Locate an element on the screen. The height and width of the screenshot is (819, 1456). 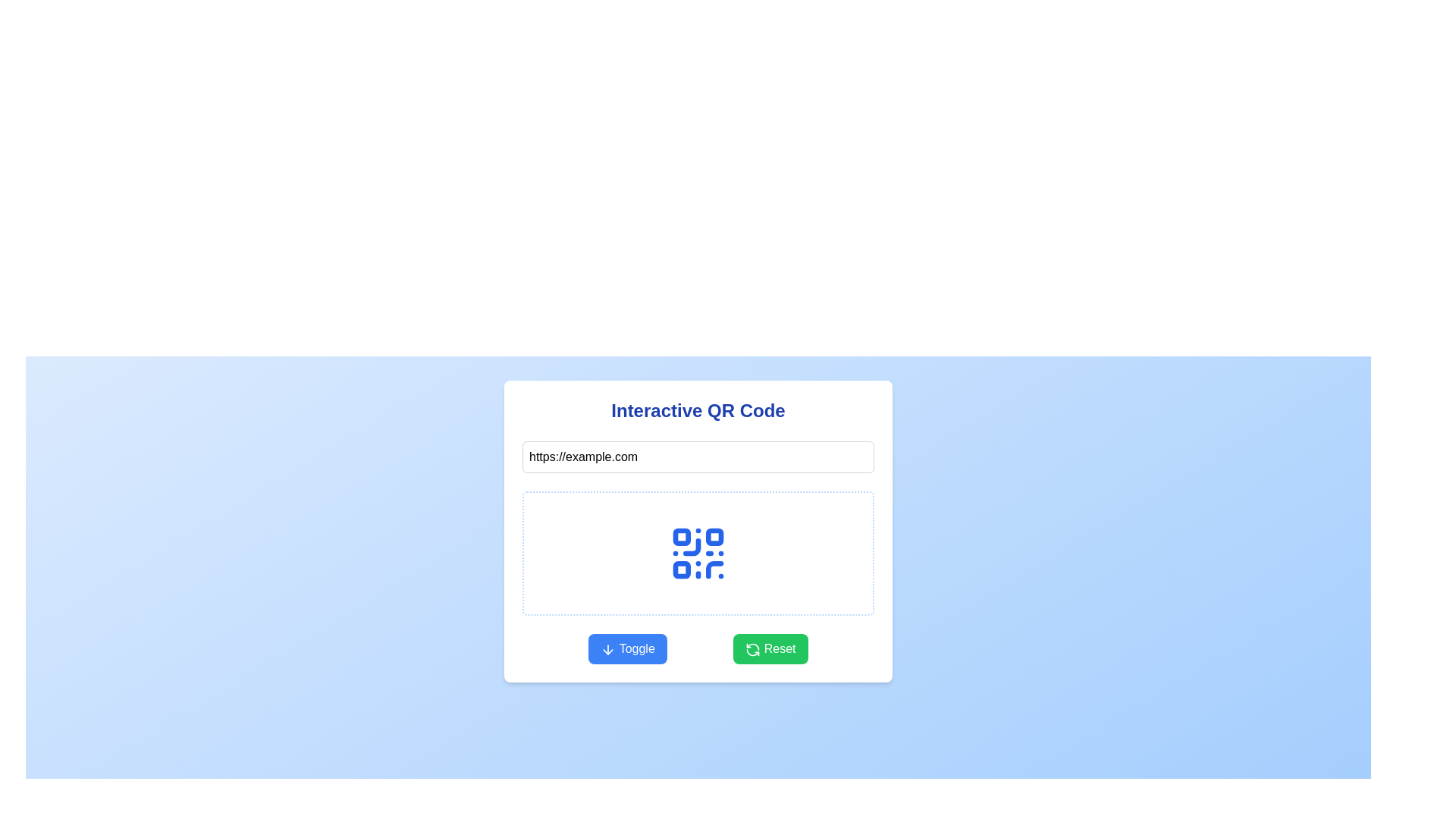
the downward-pointing arrow icon within the 'Toggle' button to initiate the toggle action is located at coordinates (608, 648).